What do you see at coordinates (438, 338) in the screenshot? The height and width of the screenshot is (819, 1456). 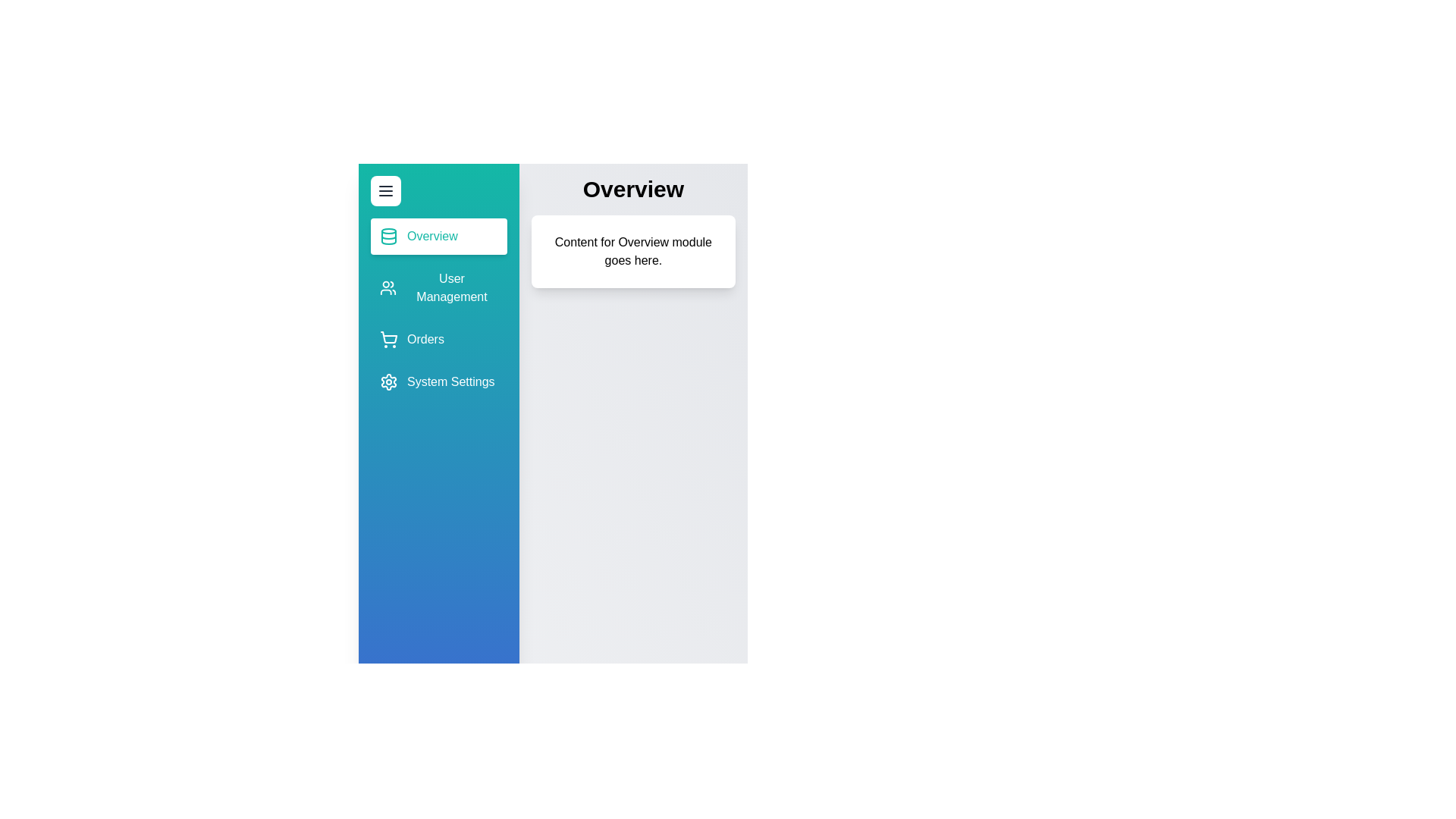 I see `the sidebar item corresponding to Orders` at bounding box center [438, 338].